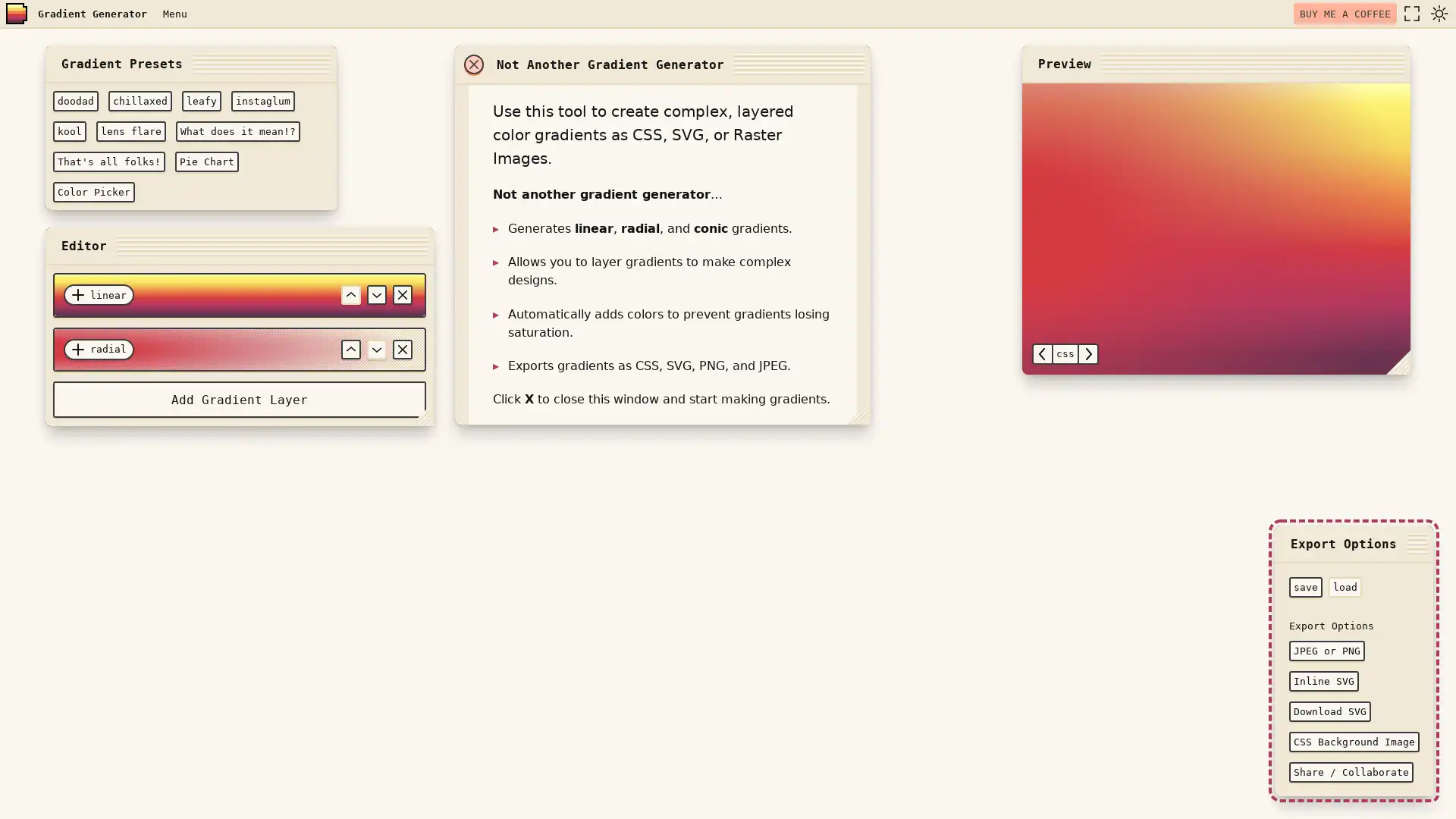  What do you see at coordinates (1040, 353) in the screenshot?
I see `select previous option` at bounding box center [1040, 353].